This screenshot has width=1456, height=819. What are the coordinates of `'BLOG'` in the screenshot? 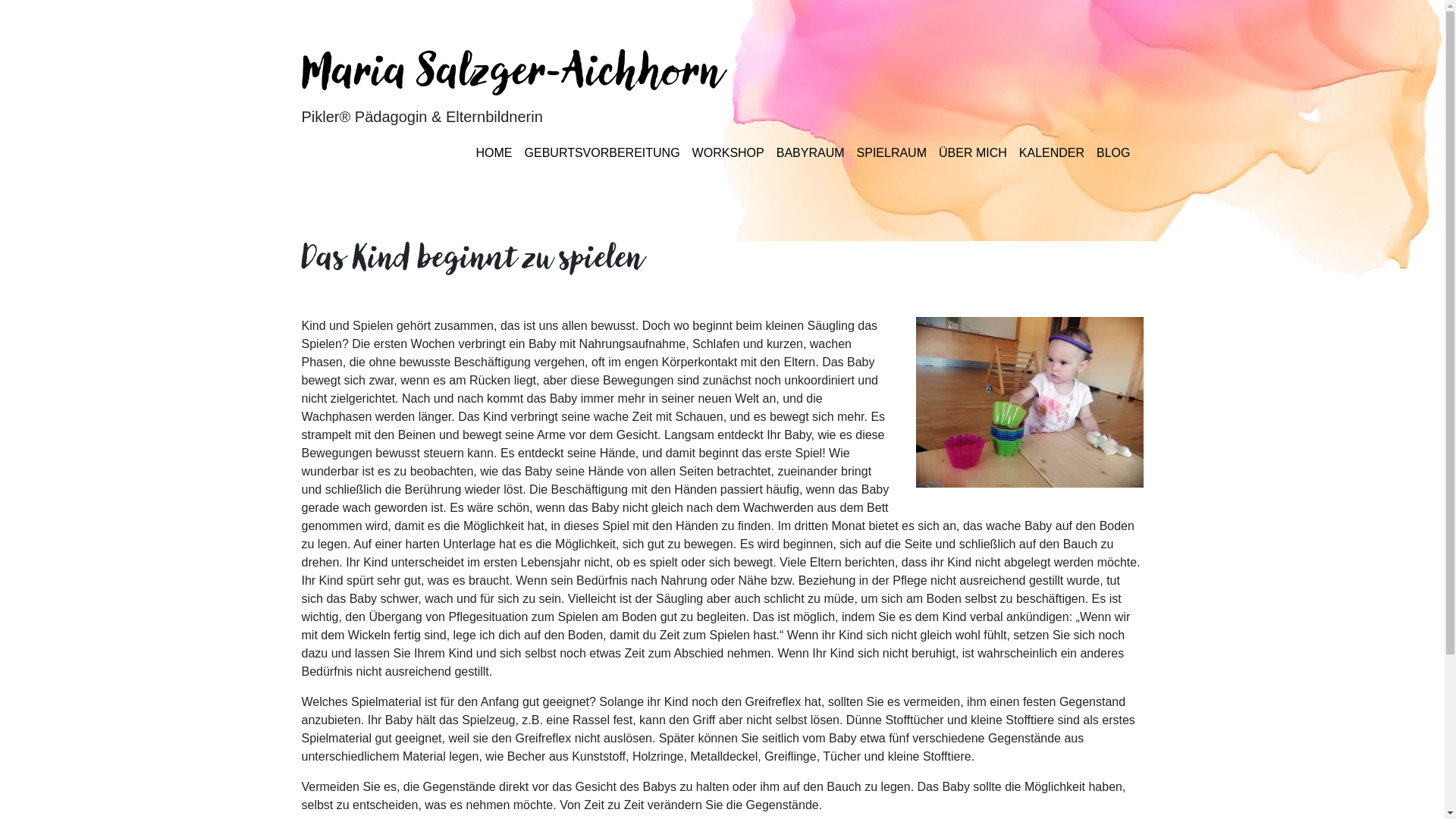 It's located at (1113, 152).